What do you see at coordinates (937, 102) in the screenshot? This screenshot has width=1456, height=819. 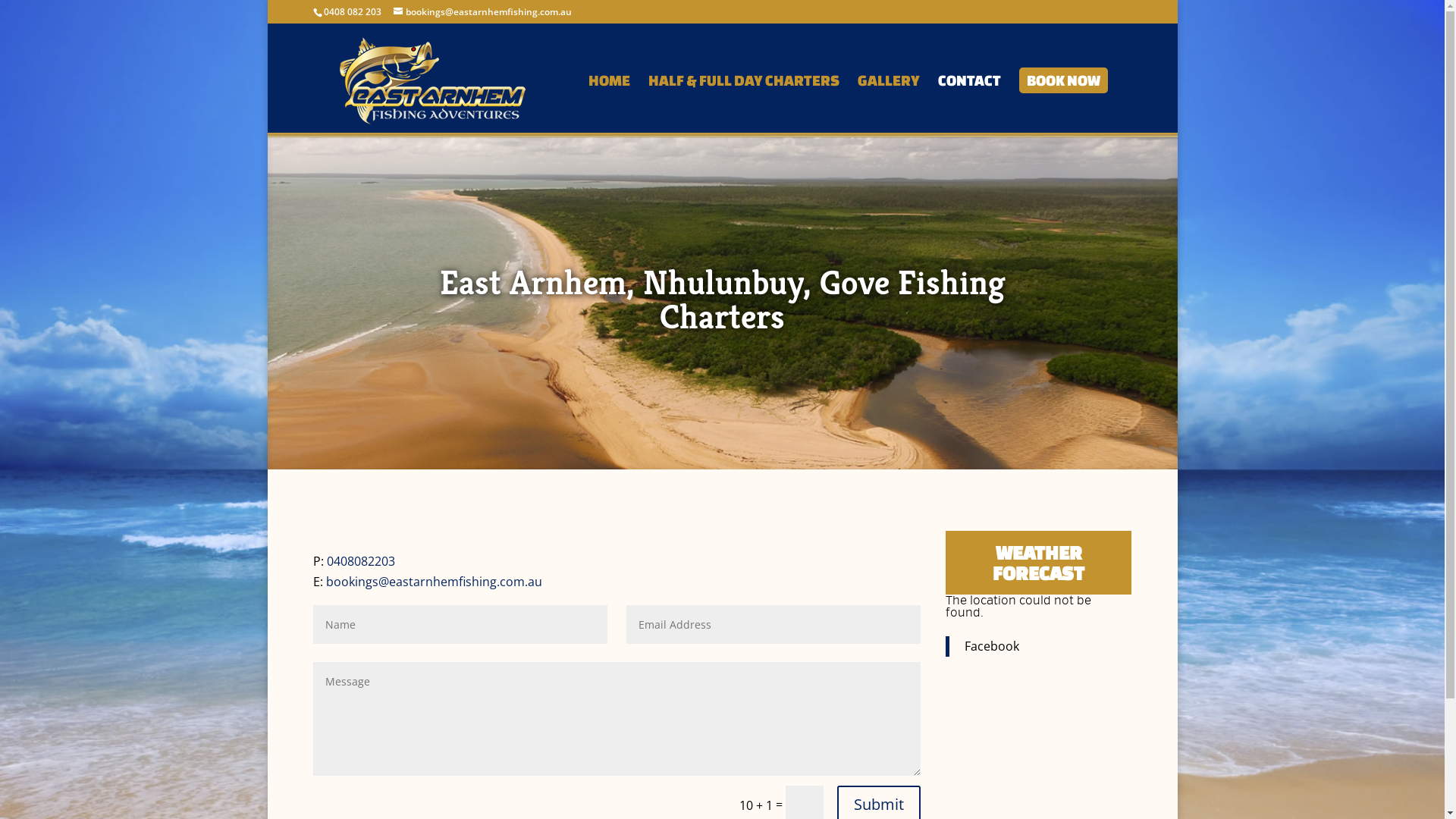 I see `'CONTACT'` at bounding box center [937, 102].